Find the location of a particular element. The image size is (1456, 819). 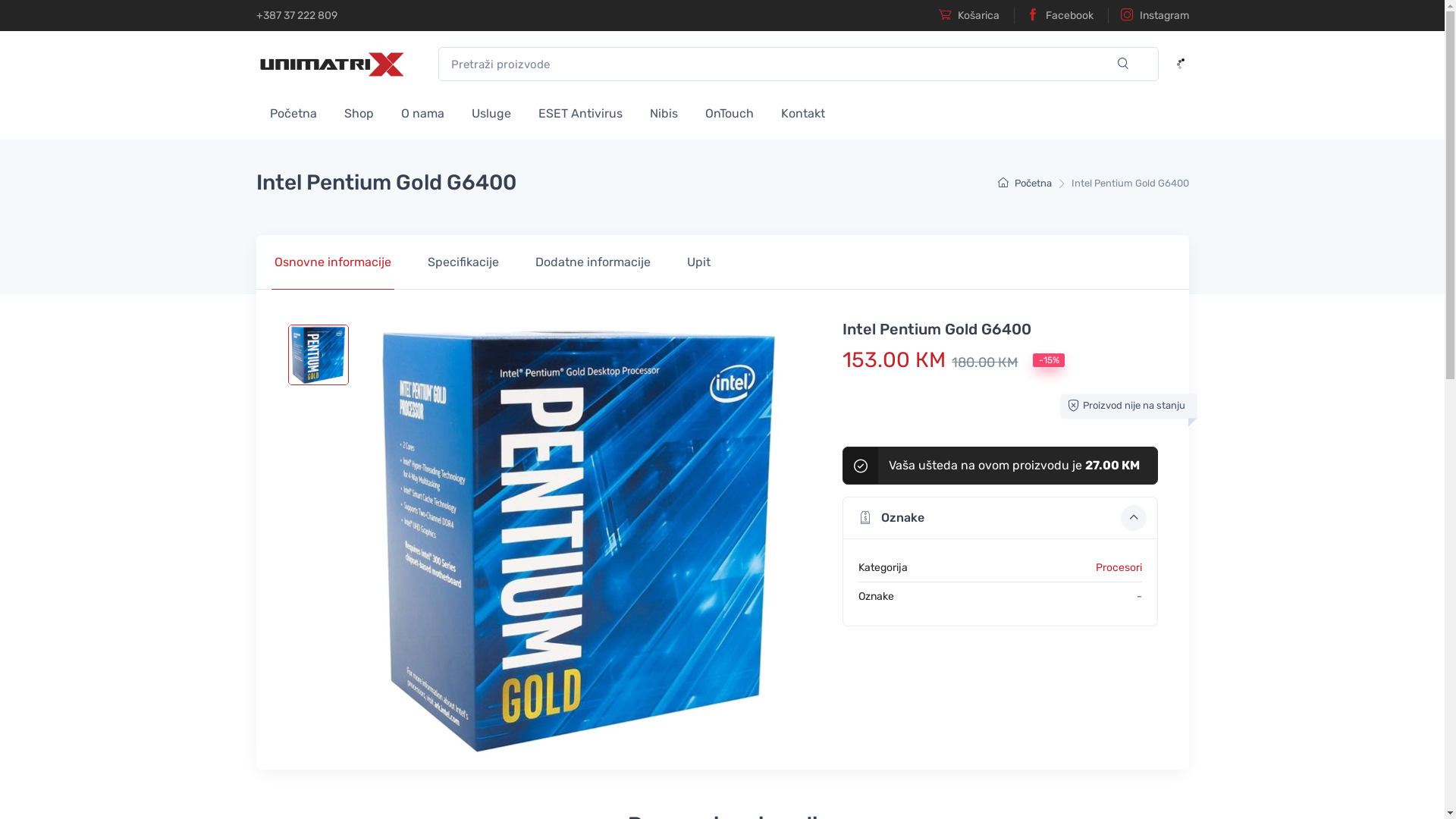

'+387 37 222 809' is located at coordinates (297, 15).